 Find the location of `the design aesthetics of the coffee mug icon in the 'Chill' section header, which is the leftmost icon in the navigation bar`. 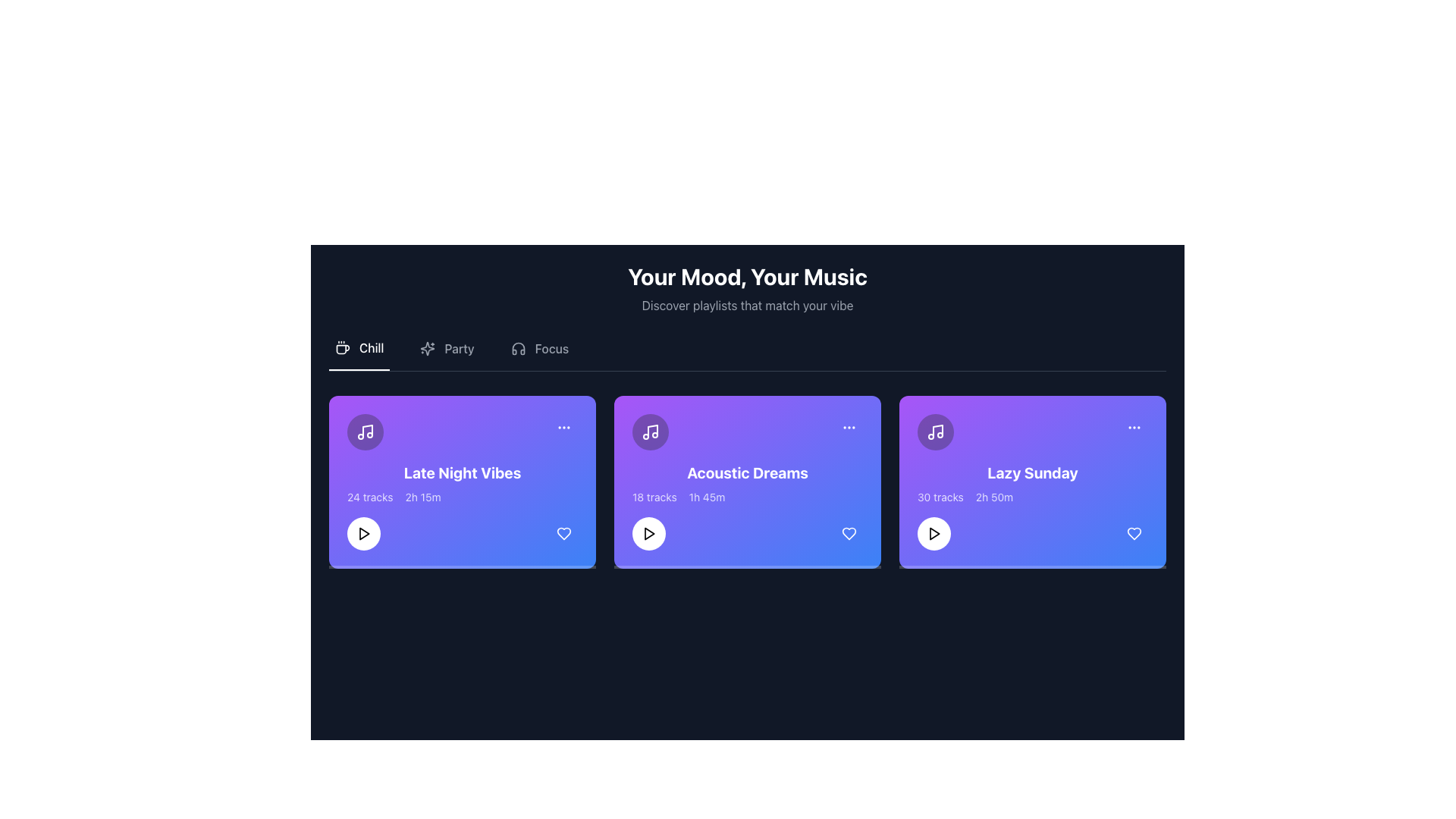

the design aesthetics of the coffee mug icon in the 'Chill' section header, which is the leftmost icon in the navigation bar is located at coordinates (341, 348).